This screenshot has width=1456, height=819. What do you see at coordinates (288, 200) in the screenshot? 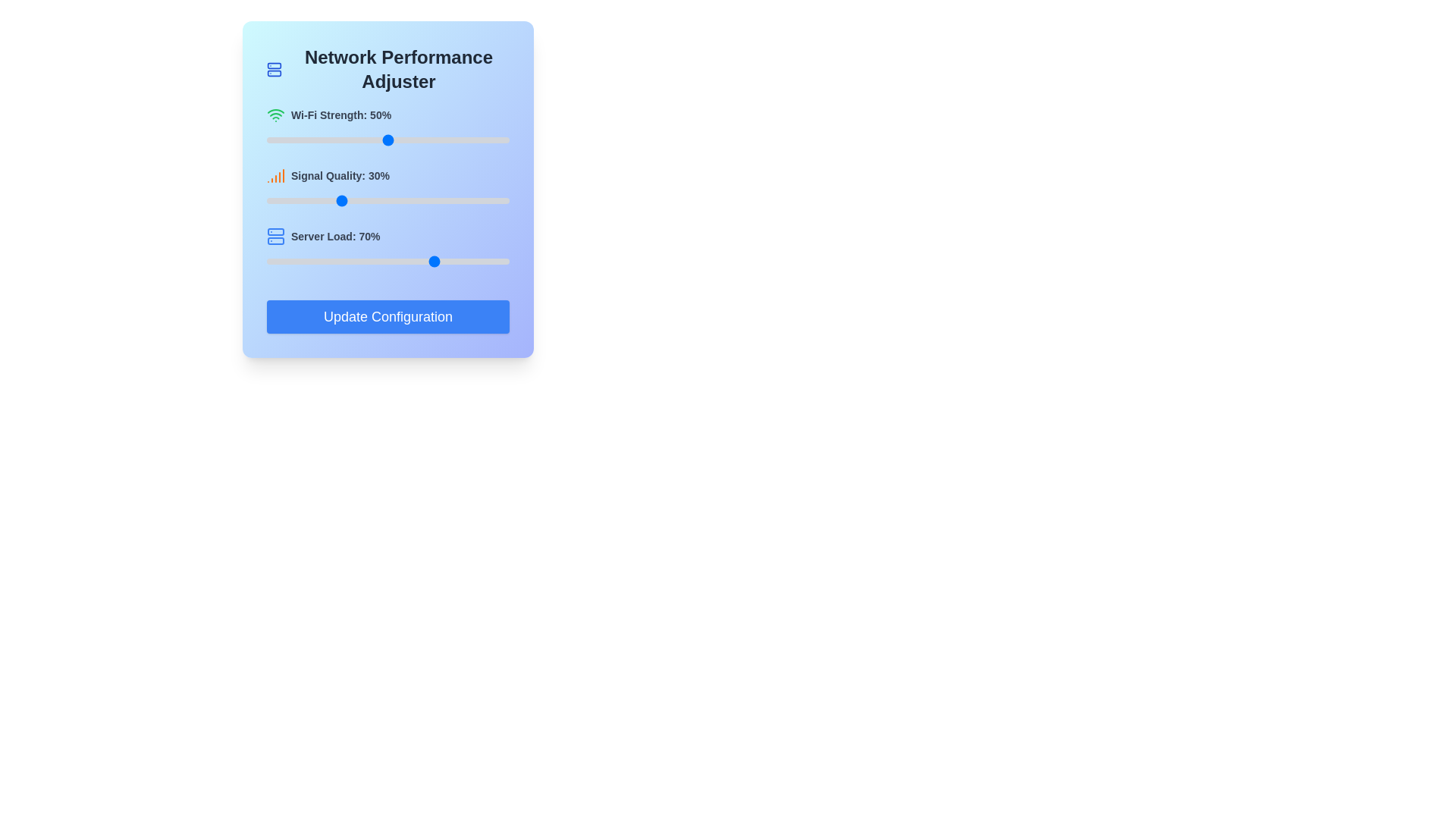
I see `the signal quality` at bounding box center [288, 200].